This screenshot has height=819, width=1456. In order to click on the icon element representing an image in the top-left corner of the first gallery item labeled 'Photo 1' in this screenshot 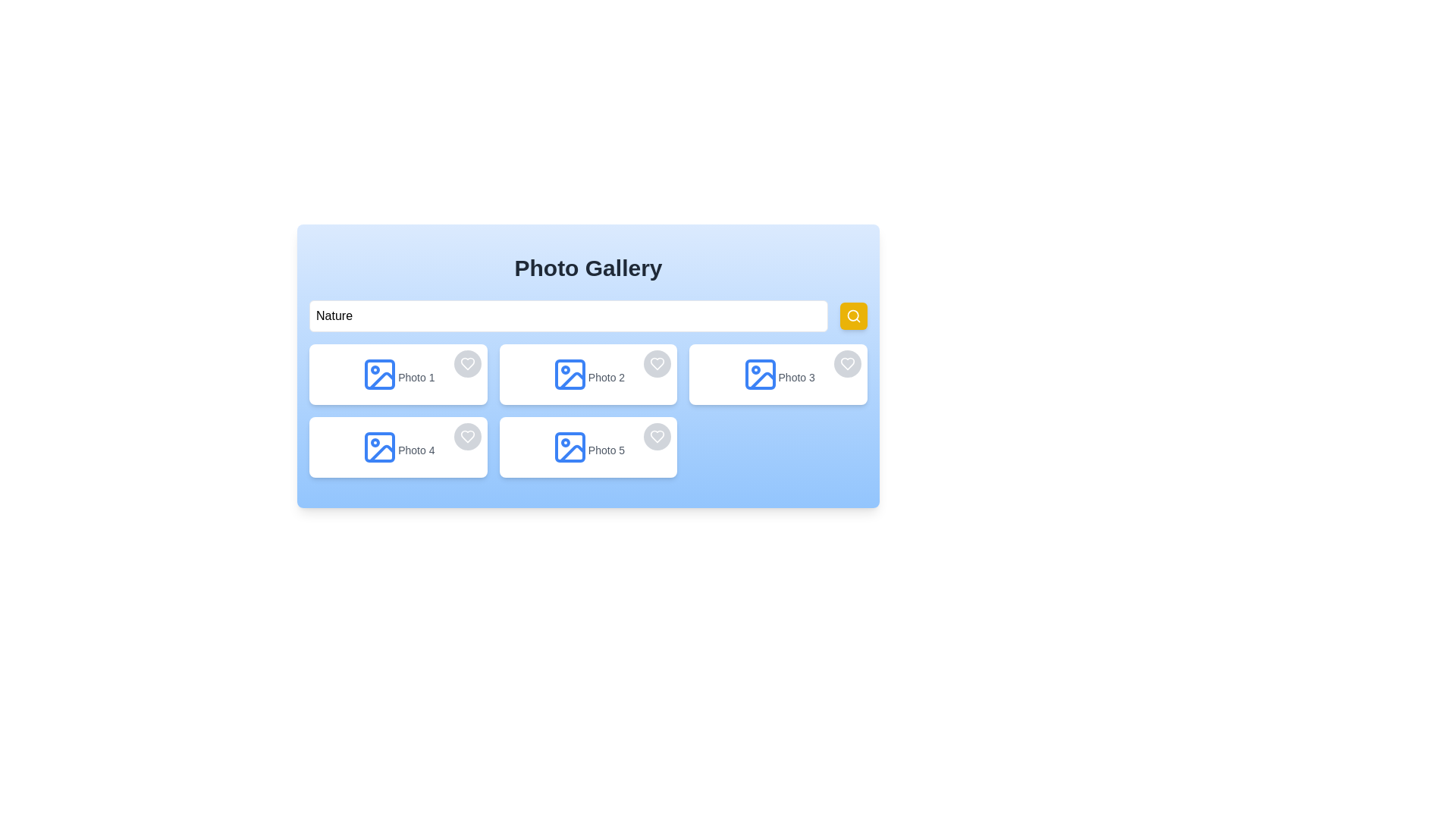, I will do `click(382, 380)`.